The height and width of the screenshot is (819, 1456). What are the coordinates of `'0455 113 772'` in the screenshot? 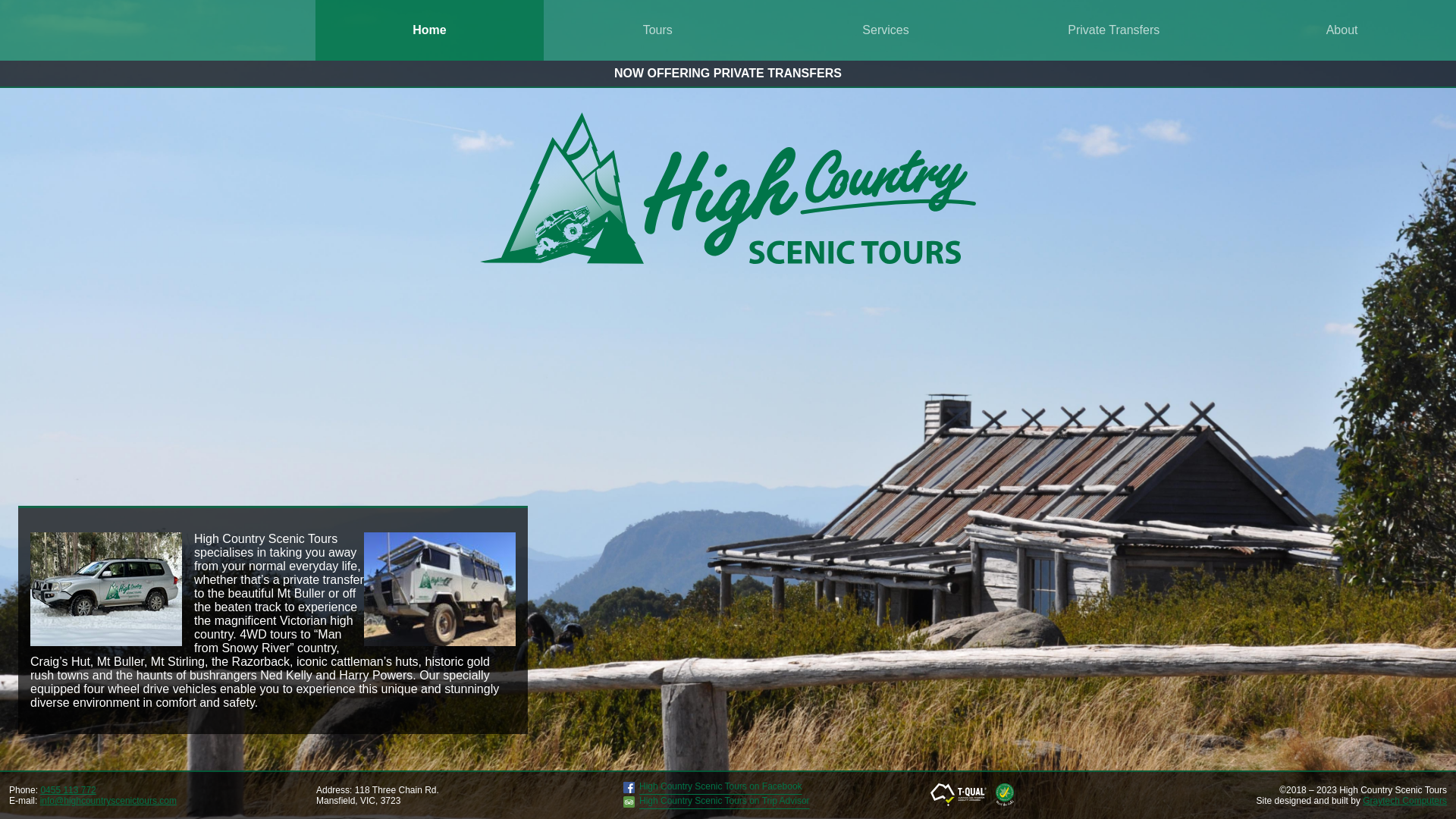 It's located at (67, 789).